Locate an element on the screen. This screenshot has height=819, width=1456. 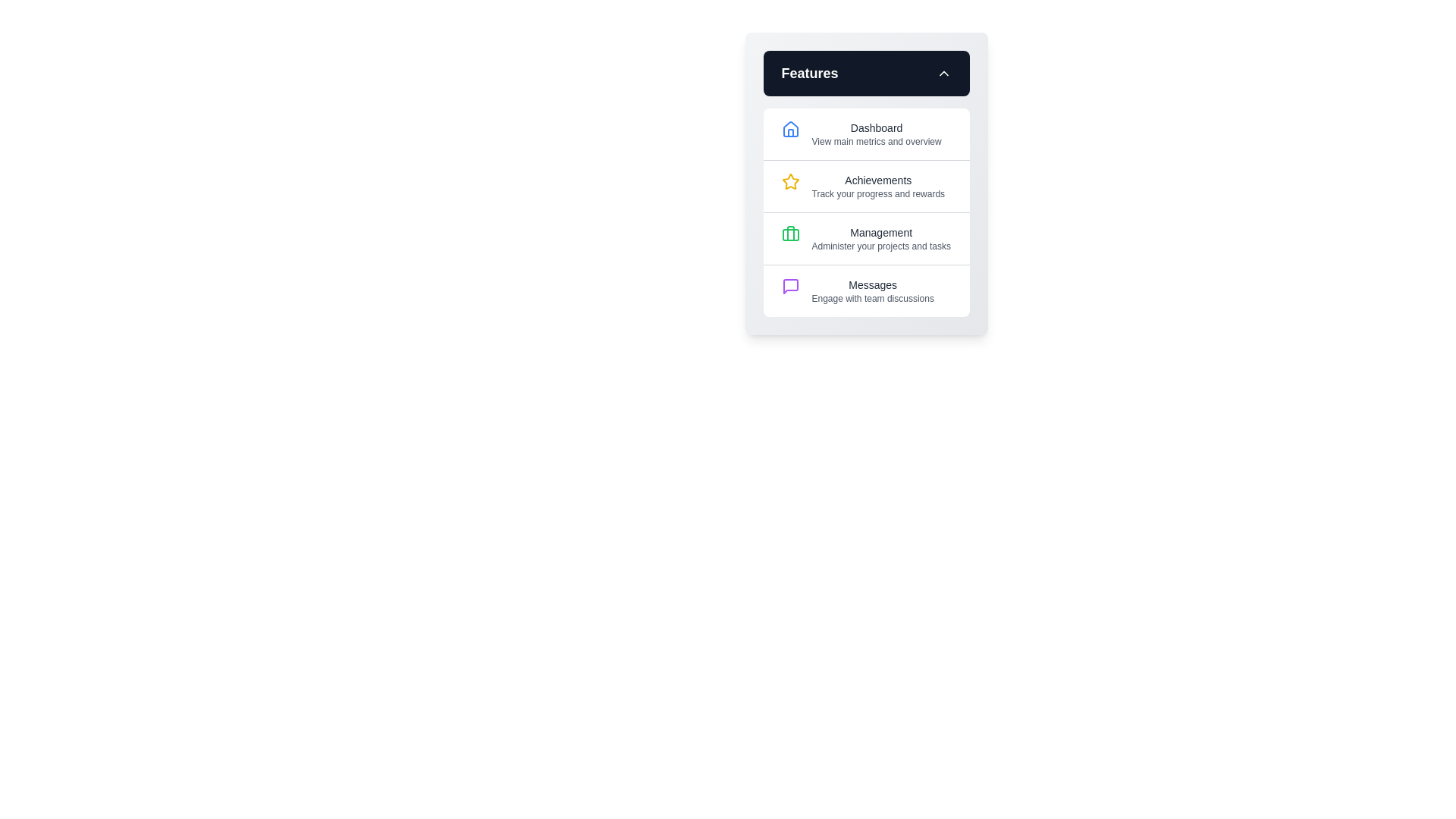
the 'Achievements' interactive text label located in the sidebar, which is the second item in the vertical list of menu entries is located at coordinates (878, 186).